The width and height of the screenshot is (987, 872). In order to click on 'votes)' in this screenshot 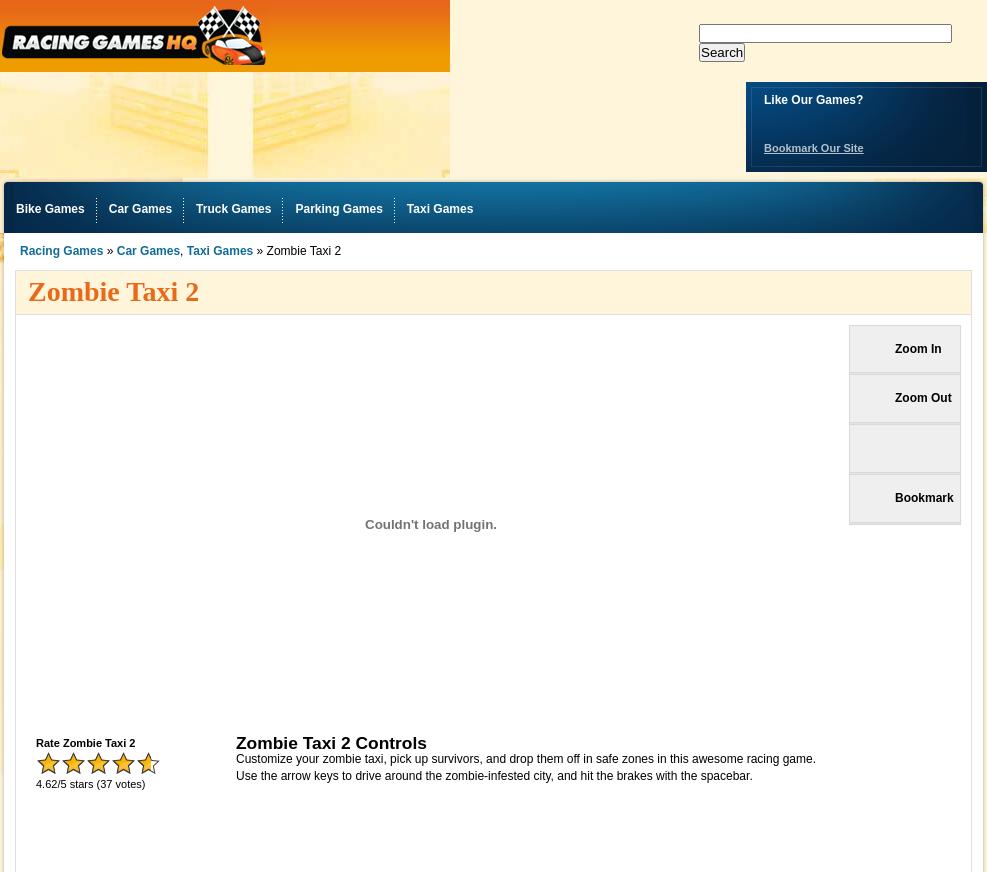, I will do `click(128, 784)`.